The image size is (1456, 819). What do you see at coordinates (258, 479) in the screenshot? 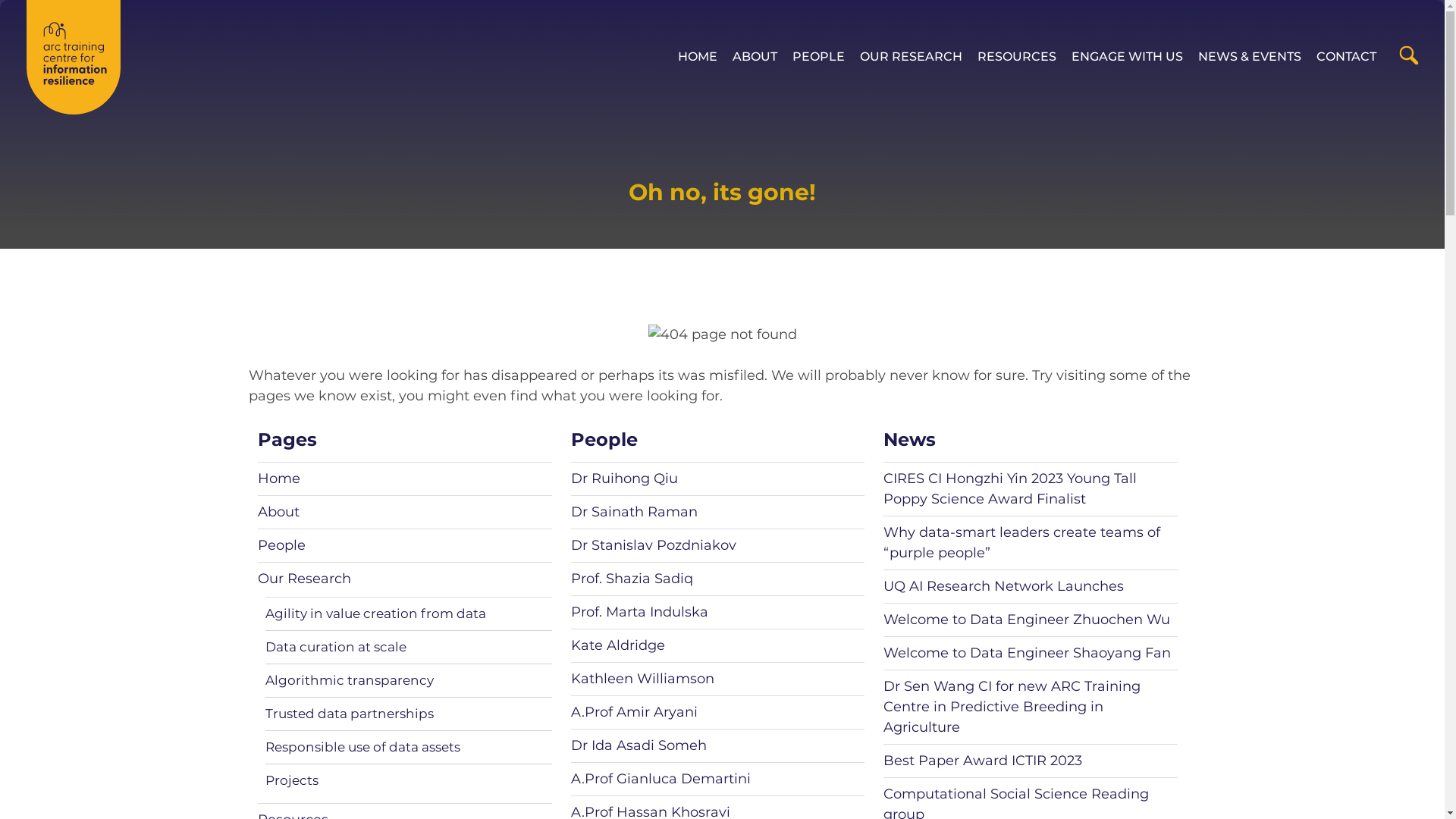
I see `'Home'` at bounding box center [258, 479].